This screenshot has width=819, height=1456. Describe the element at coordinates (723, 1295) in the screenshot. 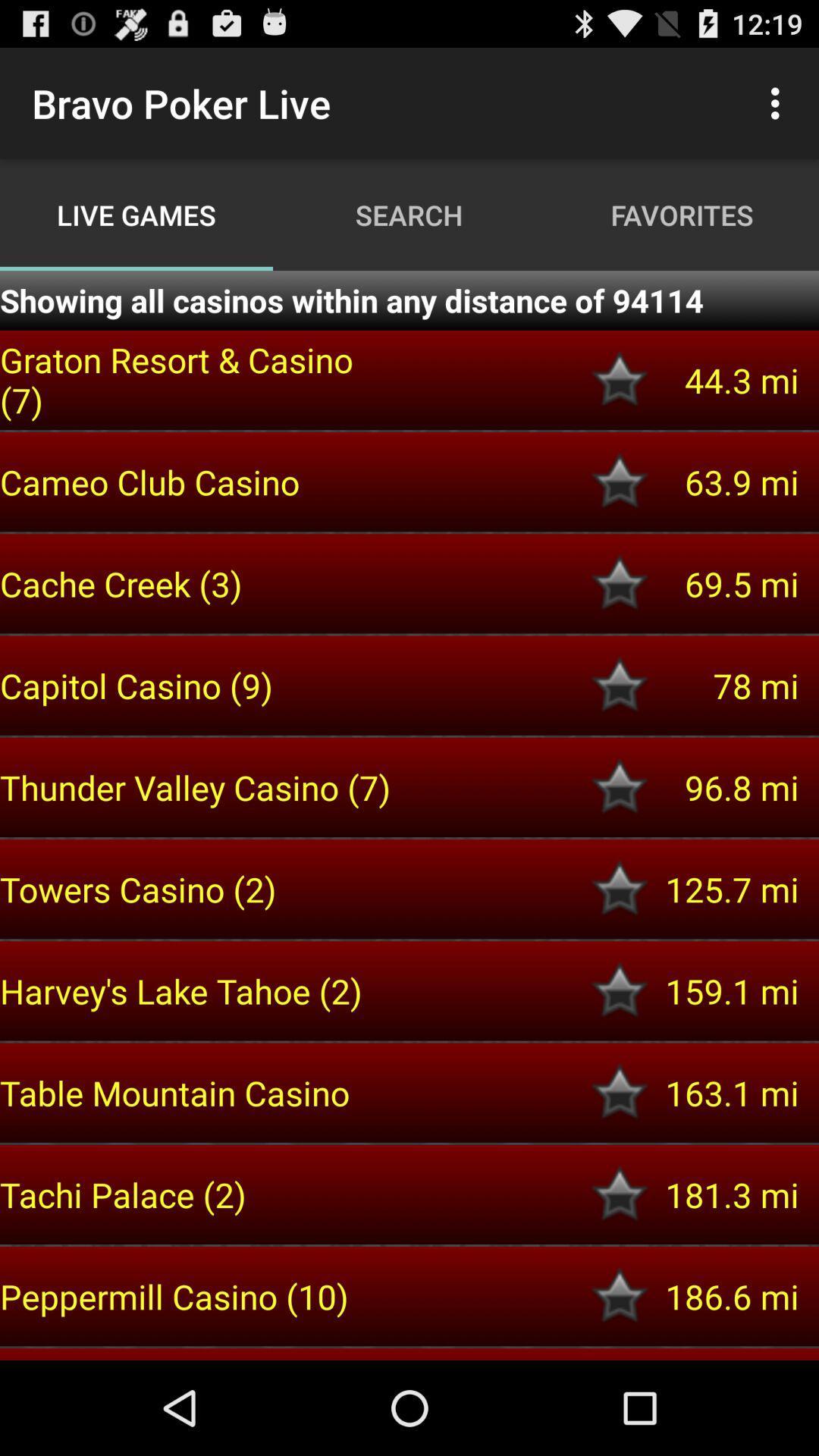

I see `186.6 mi icon` at that location.